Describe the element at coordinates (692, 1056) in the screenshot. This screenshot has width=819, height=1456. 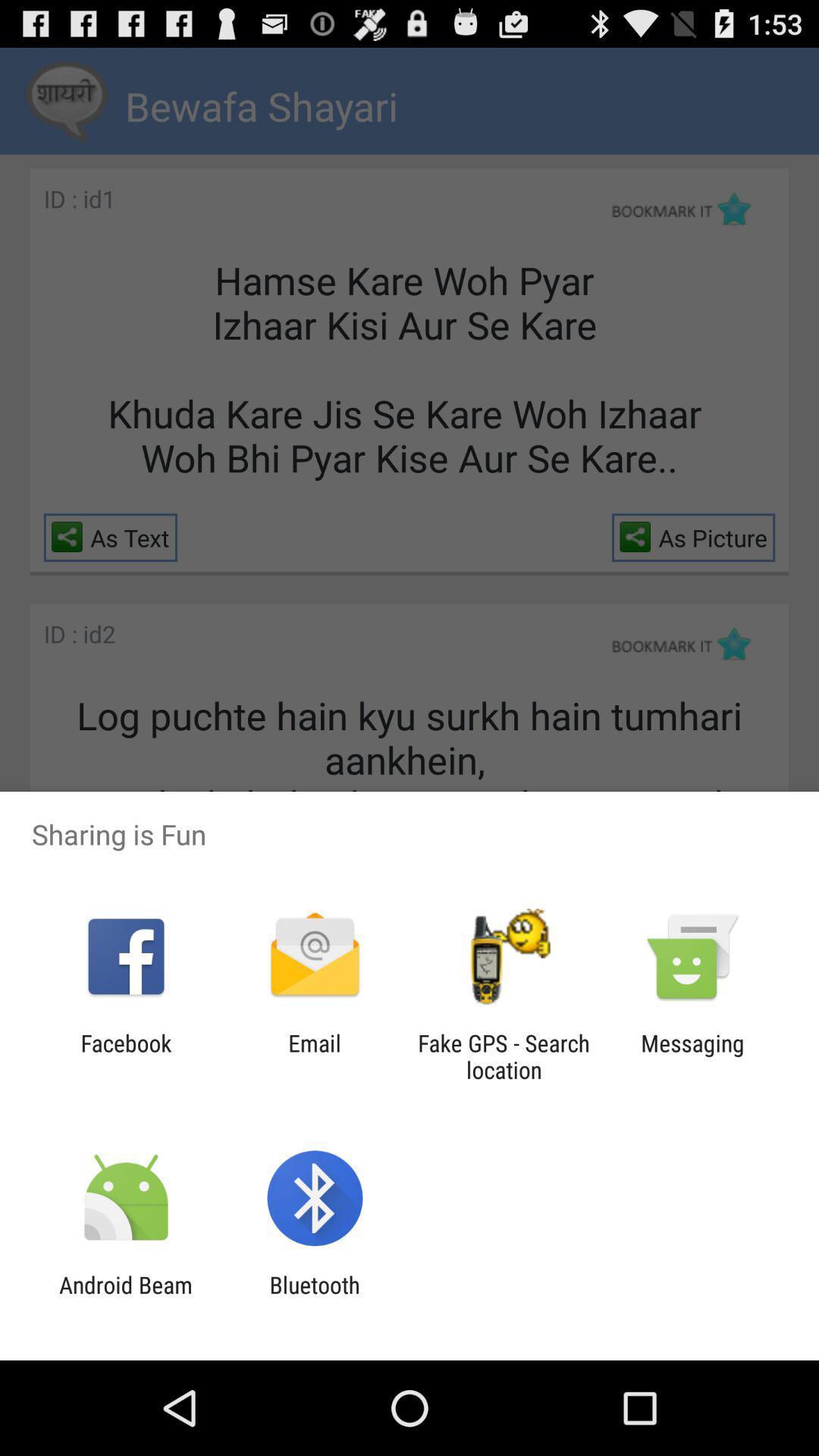
I see `the icon next to the fake gps search app` at that location.